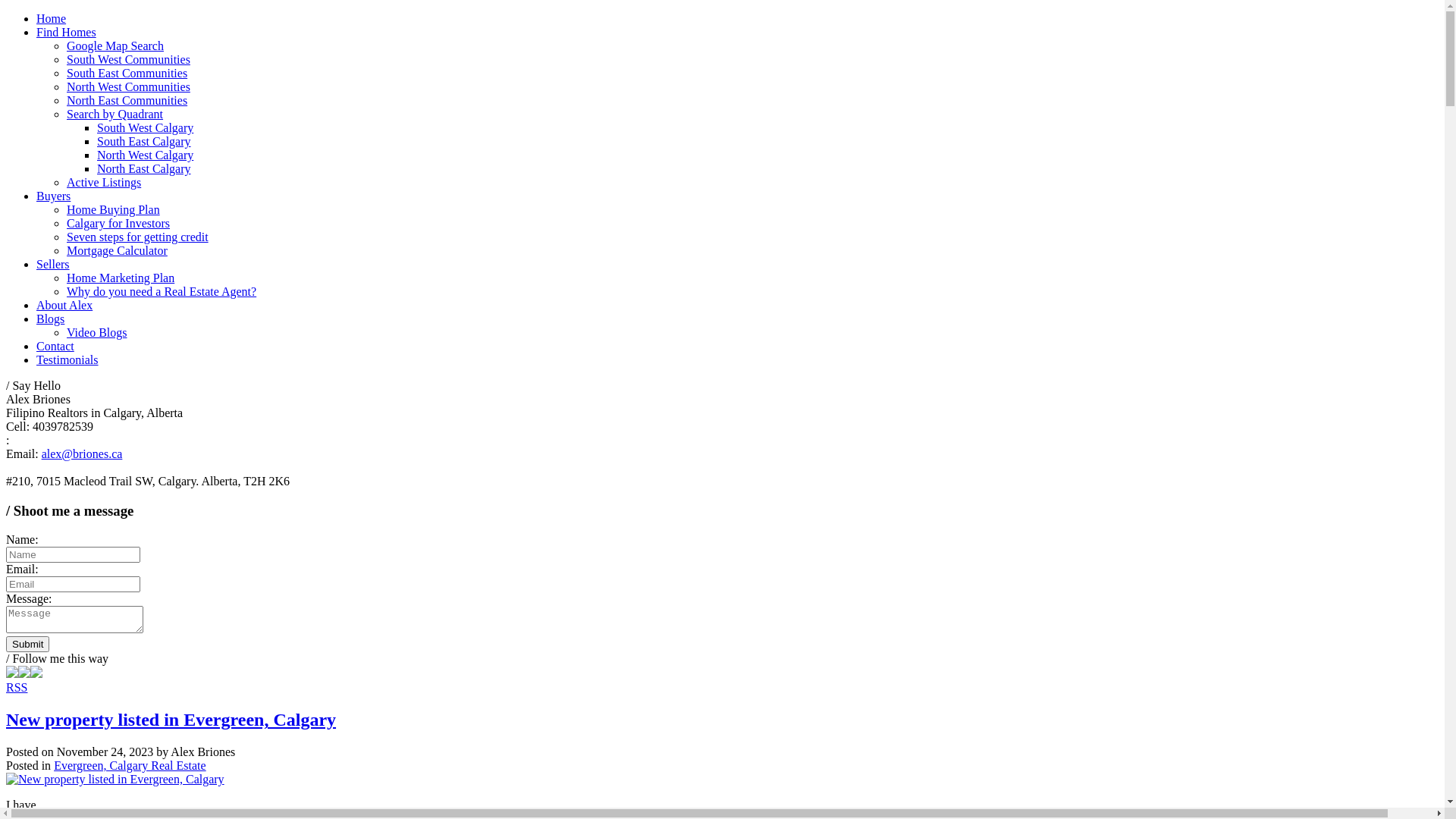  I want to click on 'North West Calgary', so click(145, 155).